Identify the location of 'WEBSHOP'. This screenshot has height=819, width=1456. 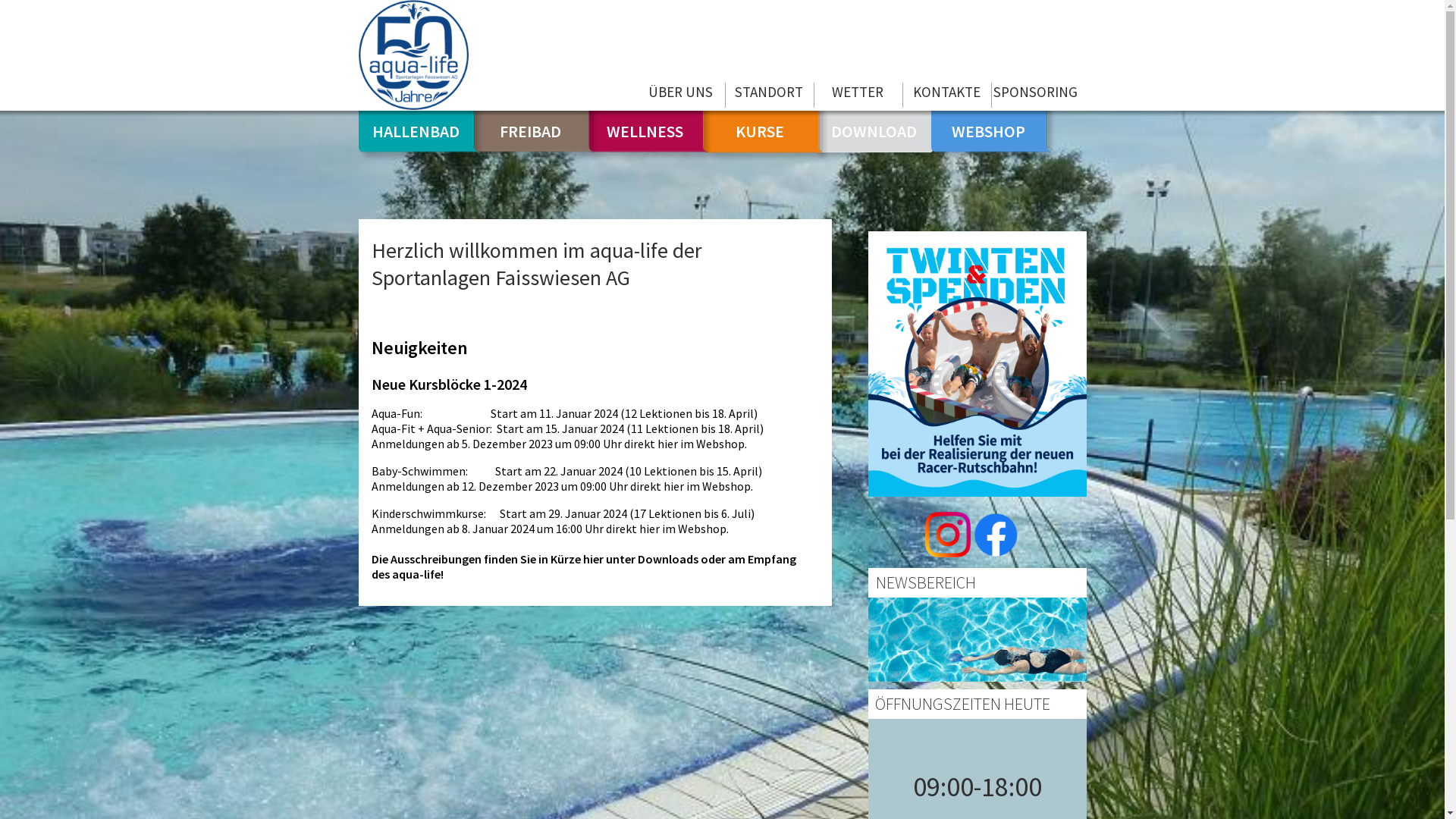
(988, 130).